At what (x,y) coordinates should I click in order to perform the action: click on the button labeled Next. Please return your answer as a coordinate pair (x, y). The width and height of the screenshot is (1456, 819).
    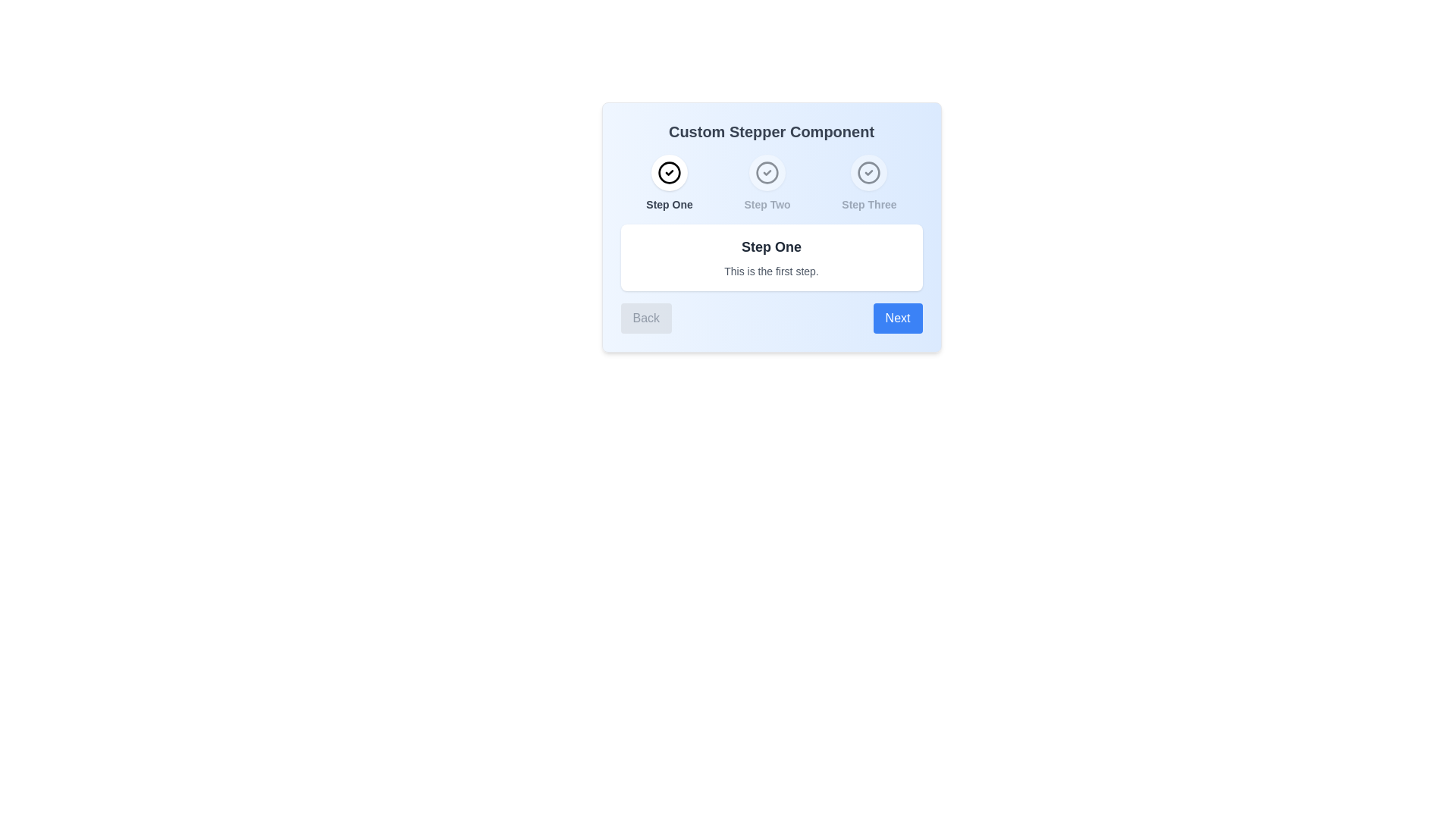
    Looking at the image, I should click on (898, 318).